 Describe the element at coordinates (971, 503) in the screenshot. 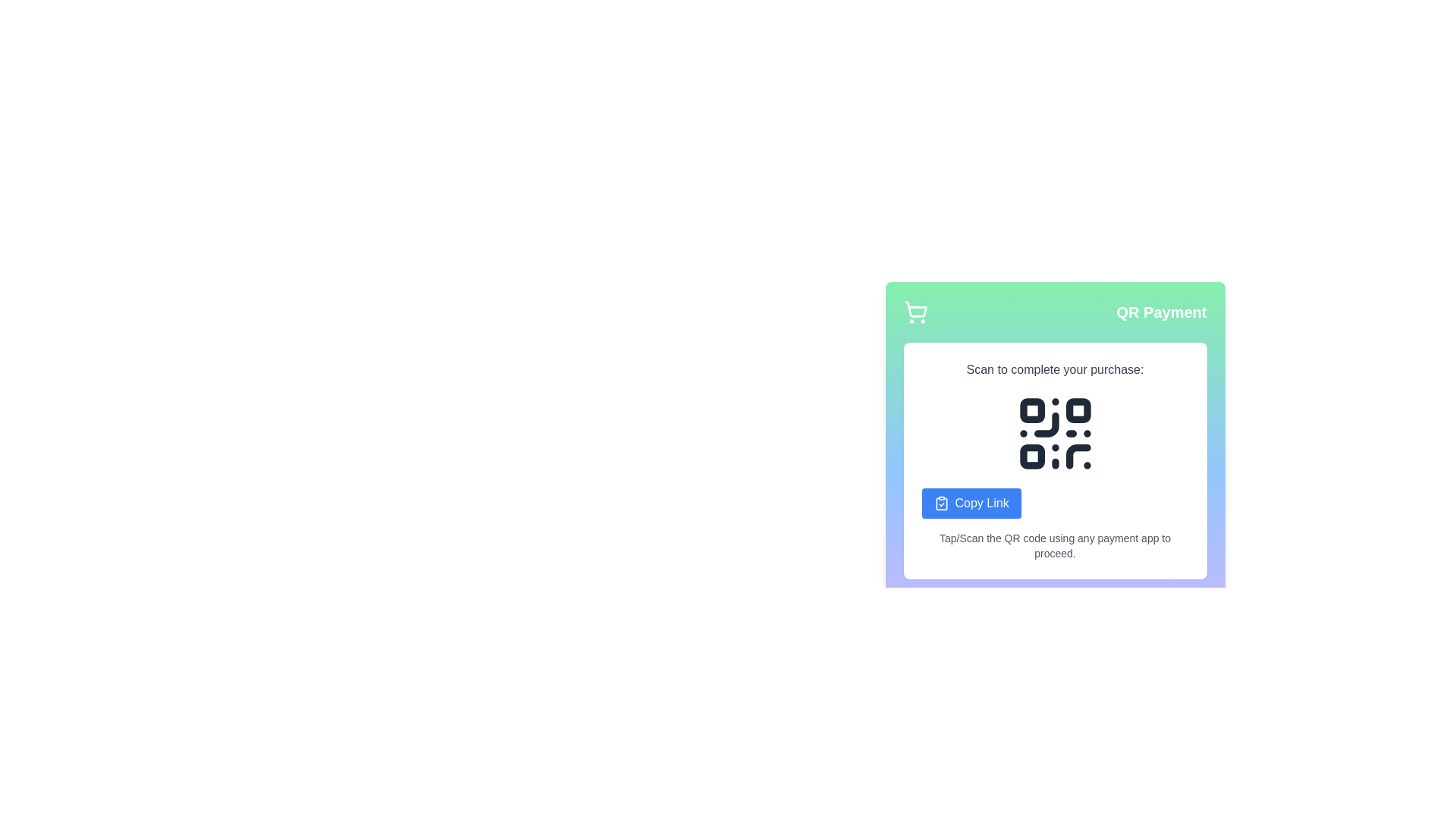

I see `the 'Copy Link' button with a blue background and clipboard icon` at that location.